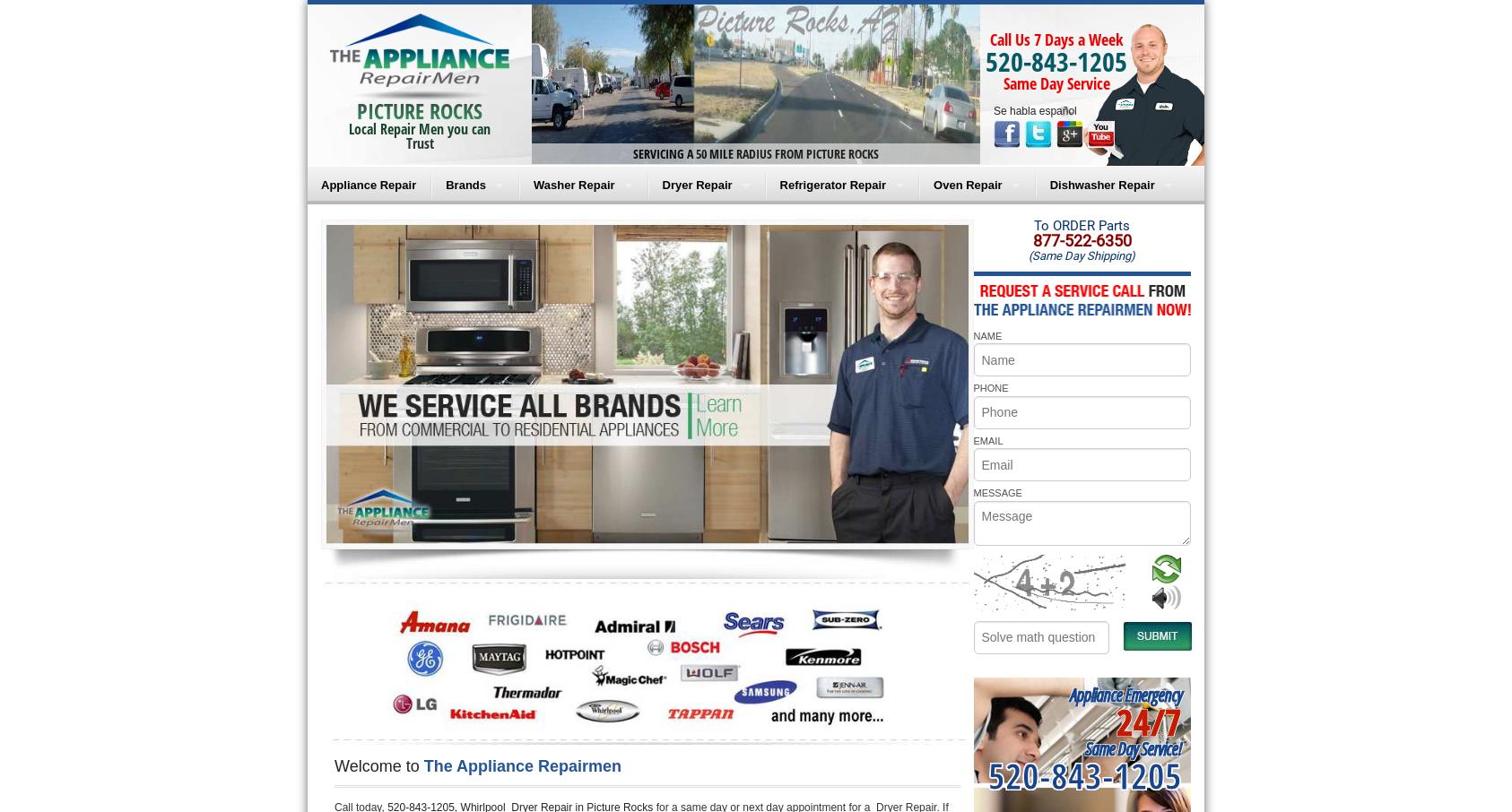  What do you see at coordinates (987, 438) in the screenshot?
I see `'EMAIL'` at bounding box center [987, 438].